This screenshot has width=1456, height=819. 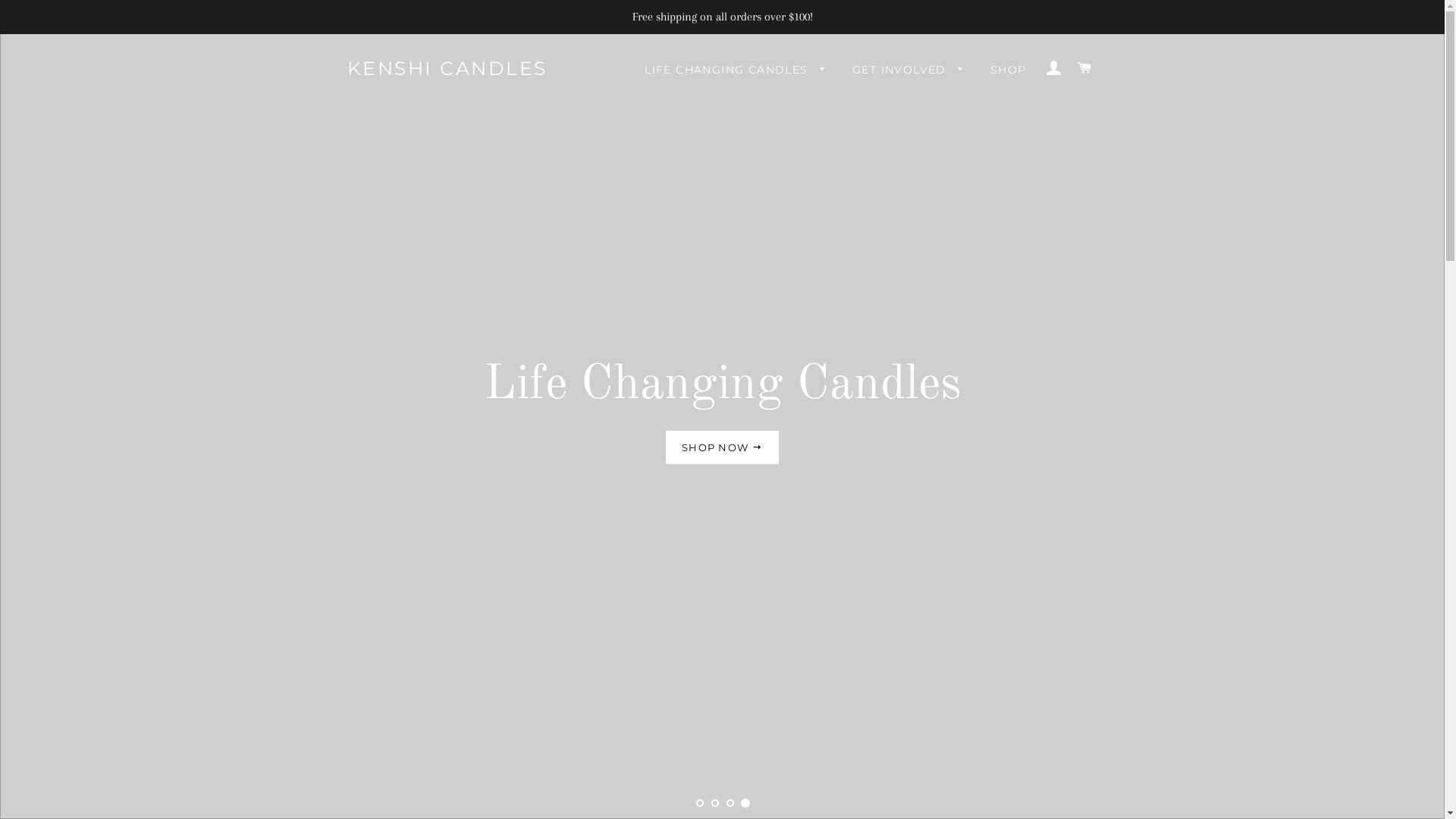 What do you see at coordinates (721, 17) in the screenshot?
I see `'Free shipping on all orders over $100!'` at bounding box center [721, 17].